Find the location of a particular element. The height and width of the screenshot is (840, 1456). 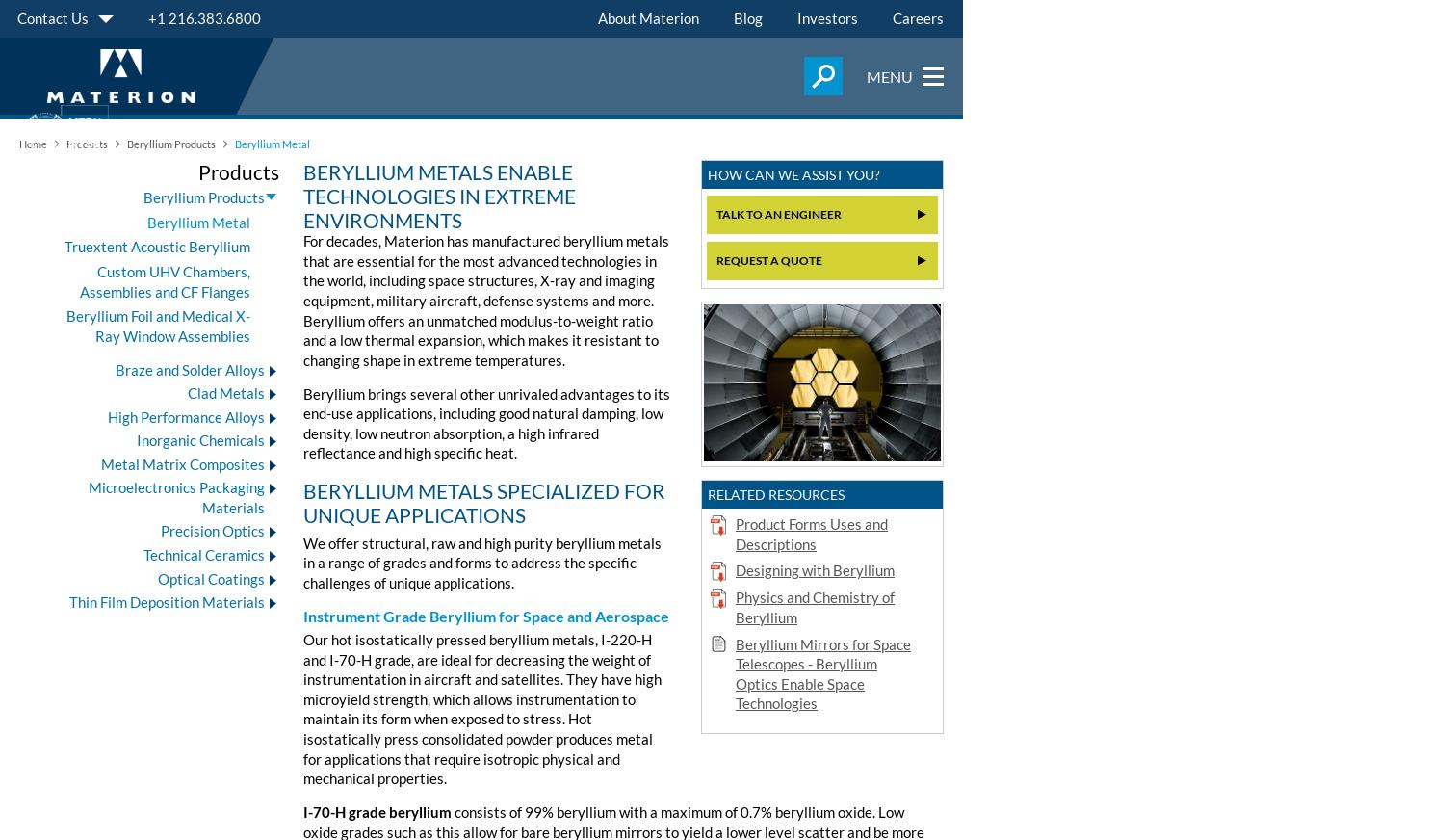

'Beryllium brings several other unrivaled advantages to its end-use applications, including good natural damping, low density, low neutron absorption, a high infrared reflectance and high specific heat.' is located at coordinates (486, 422).